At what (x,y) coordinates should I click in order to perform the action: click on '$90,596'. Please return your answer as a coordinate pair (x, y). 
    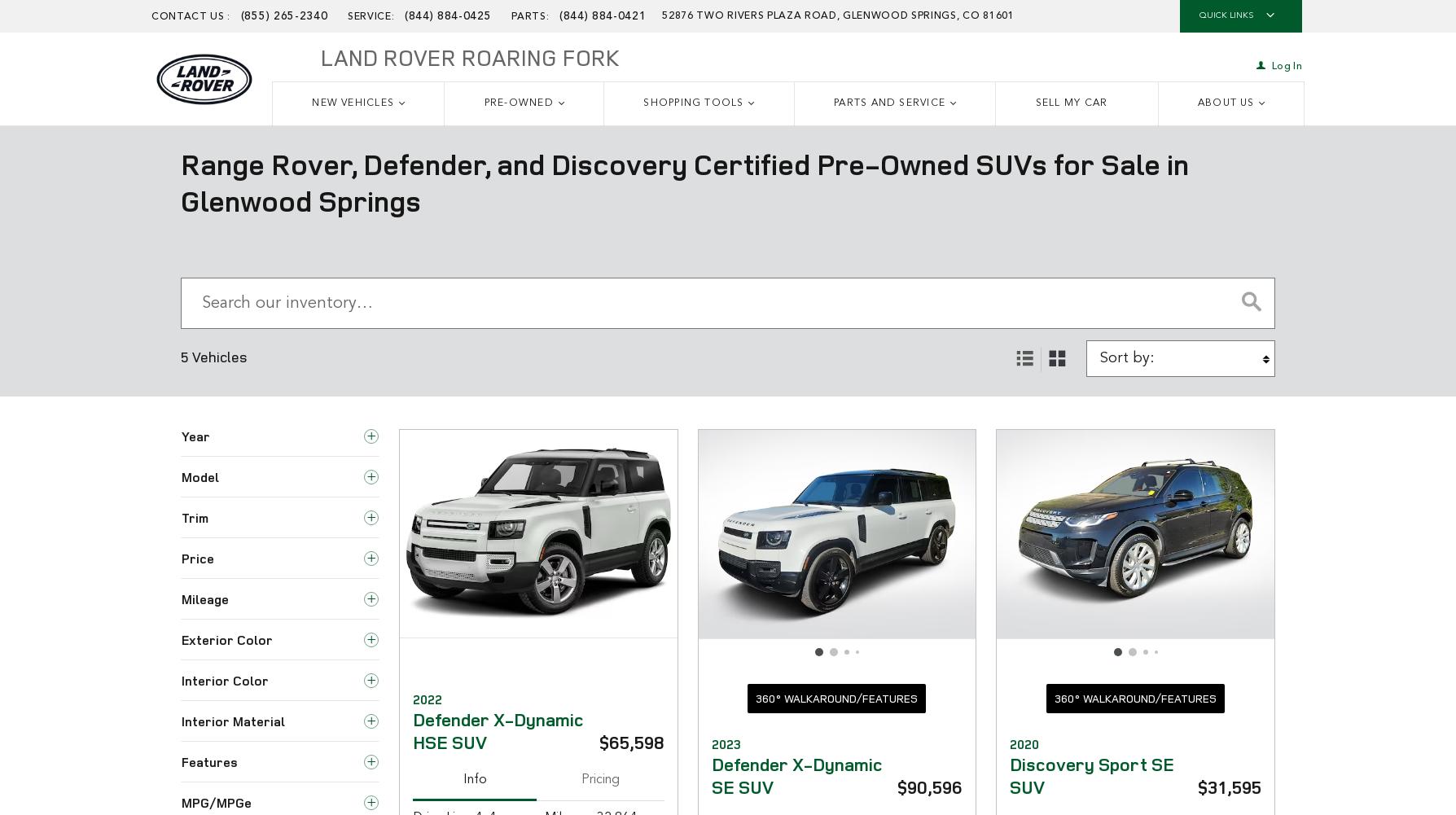
    Looking at the image, I should click on (928, 785).